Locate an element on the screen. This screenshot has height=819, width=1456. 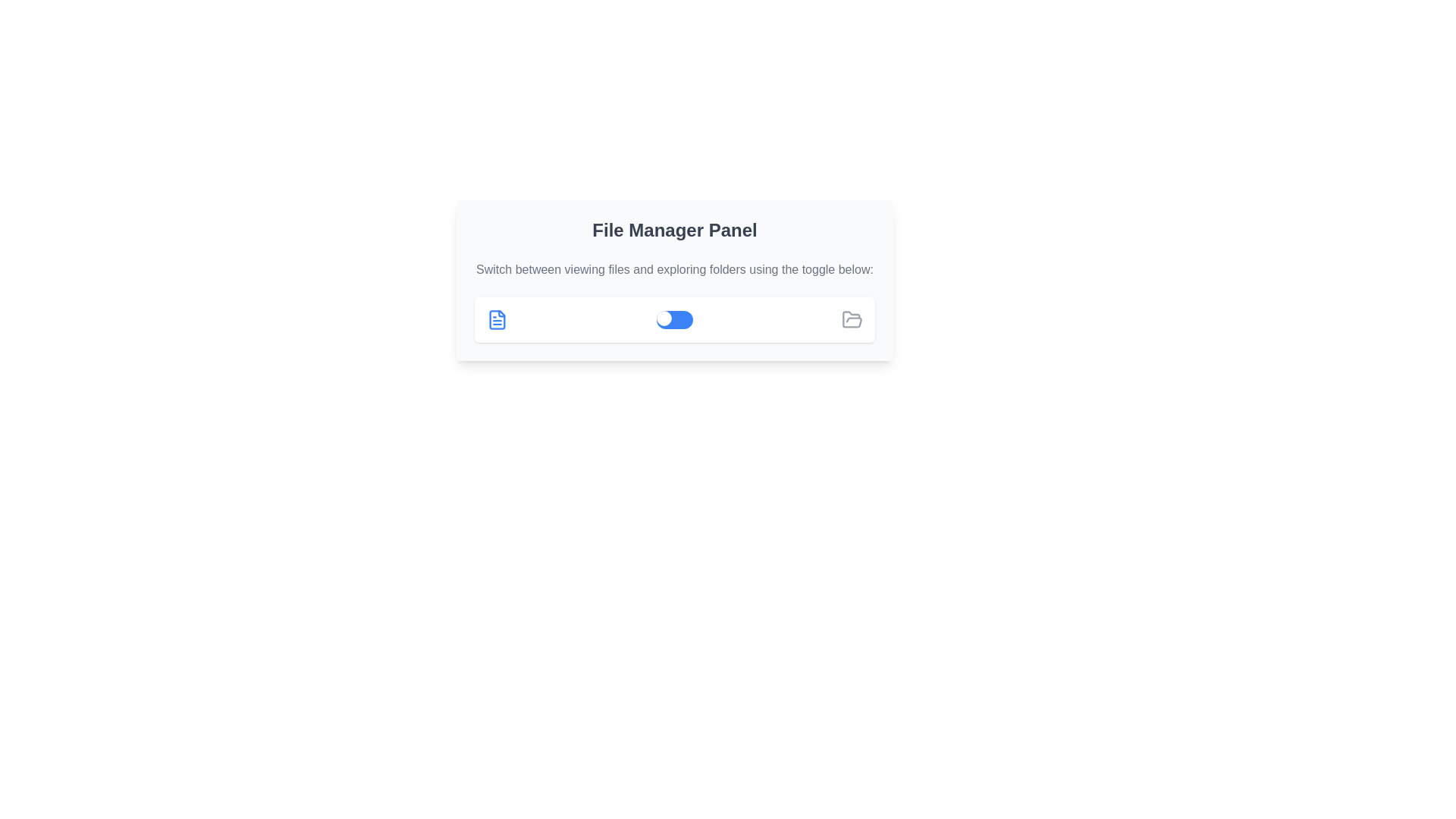
the toggle switch in the 'File Manager Panel' to change its position between viewing files and browsing folders is located at coordinates (673, 318).